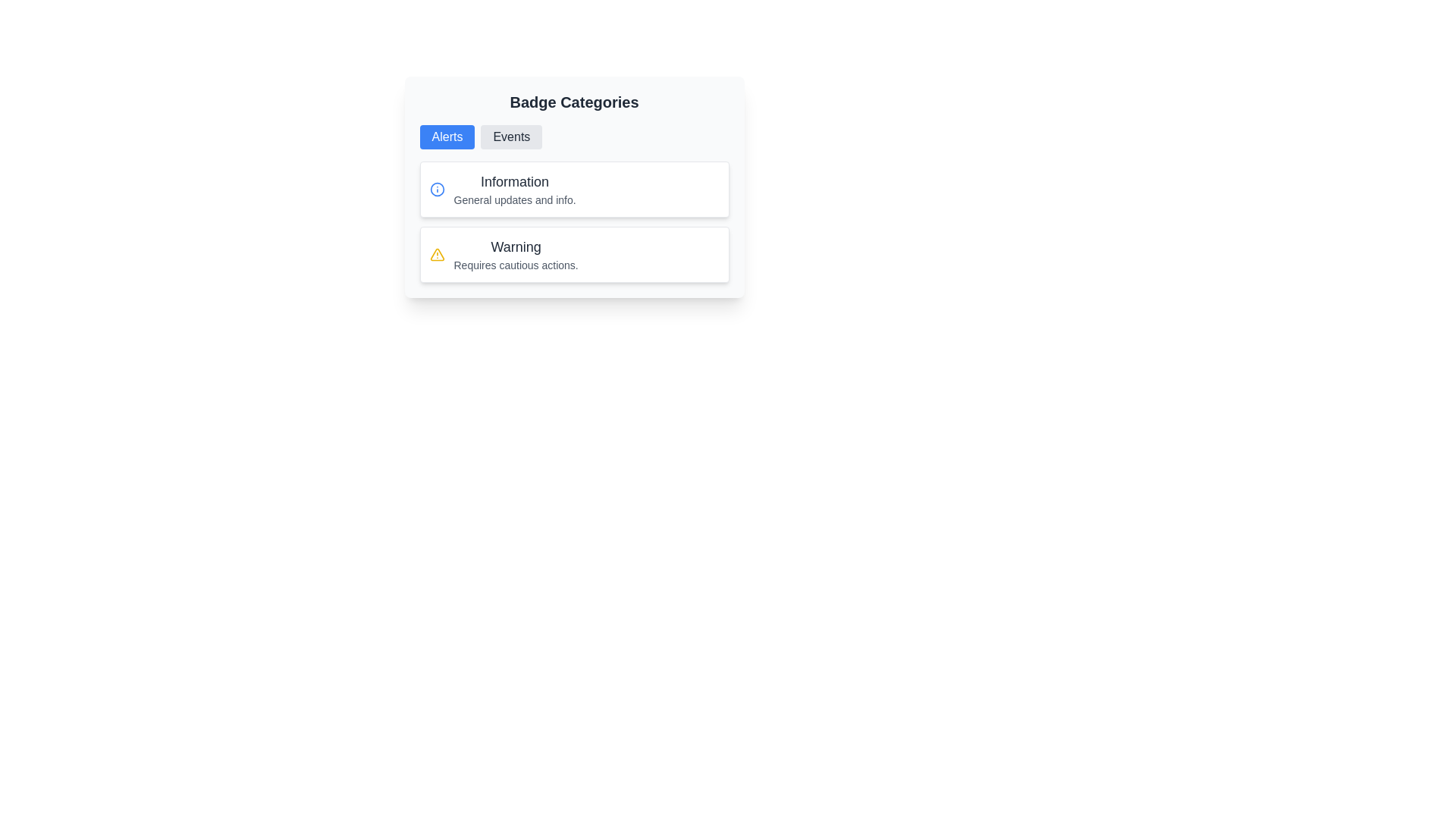 The width and height of the screenshot is (1456, 819). What do you see at coordinates (515, 180) in the screenshot?
I see `header text located at the top of the 'Information' section, which serves as a title for content updates` at bounding box center [515, 180].